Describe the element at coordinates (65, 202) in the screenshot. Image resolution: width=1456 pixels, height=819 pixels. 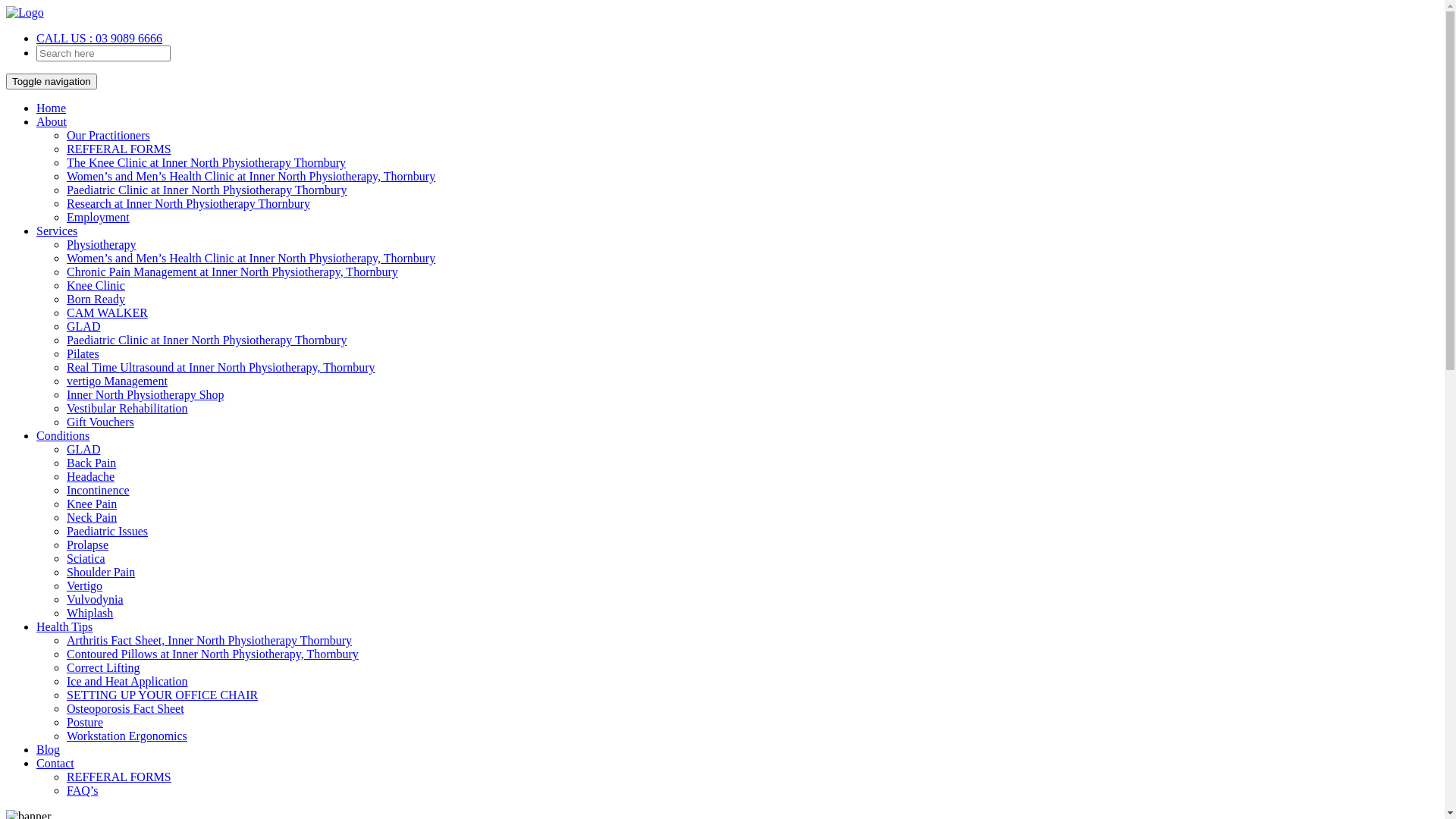
I see `'Research at Inner North Physiotherapy Thornbury'` at that location.